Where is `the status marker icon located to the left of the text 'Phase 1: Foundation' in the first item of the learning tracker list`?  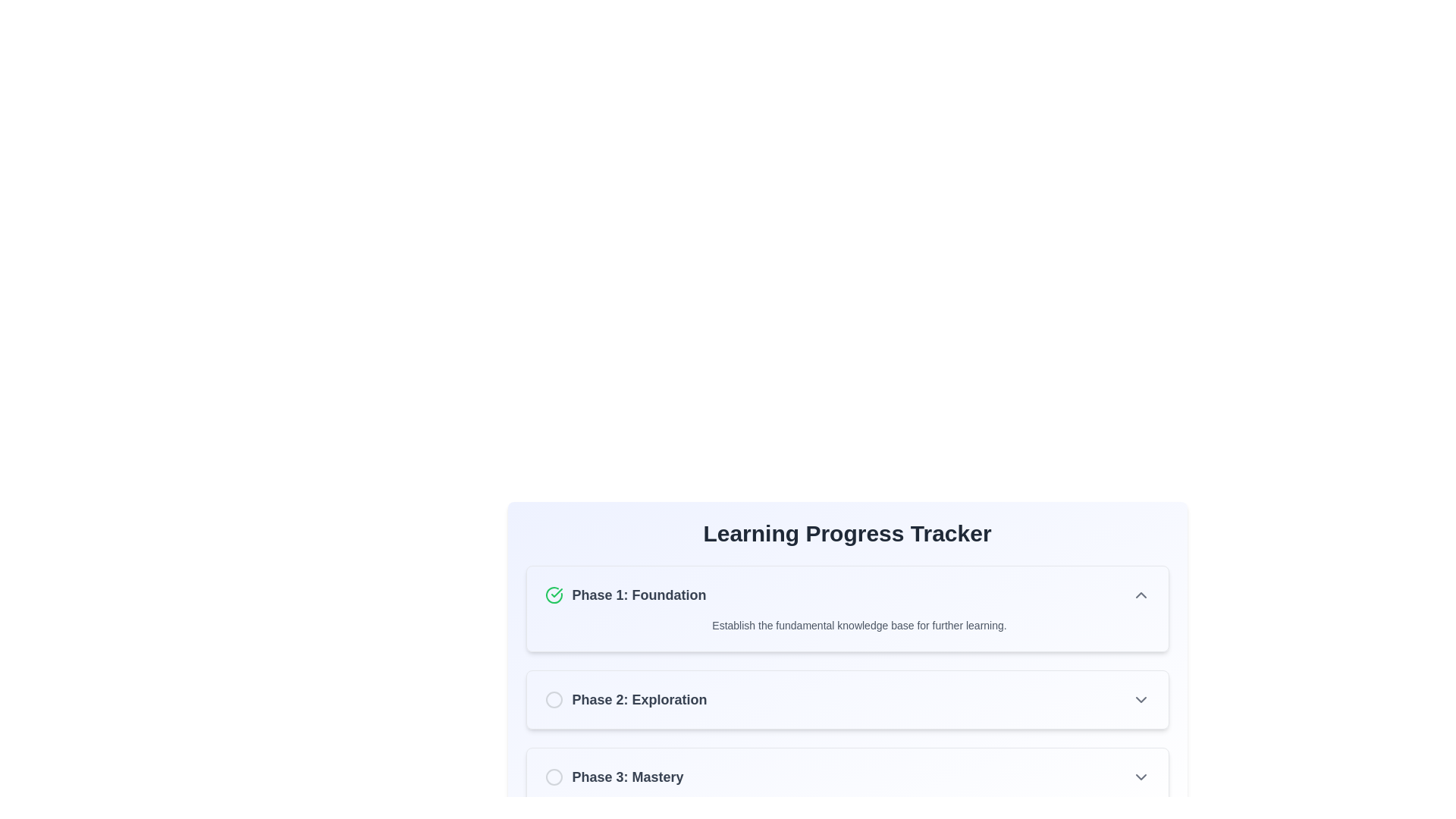
the status marker icon located to the left of the text 'Phase 1: Foundation' in the first item of the learning tracker list is located at coordinates (553, 595).